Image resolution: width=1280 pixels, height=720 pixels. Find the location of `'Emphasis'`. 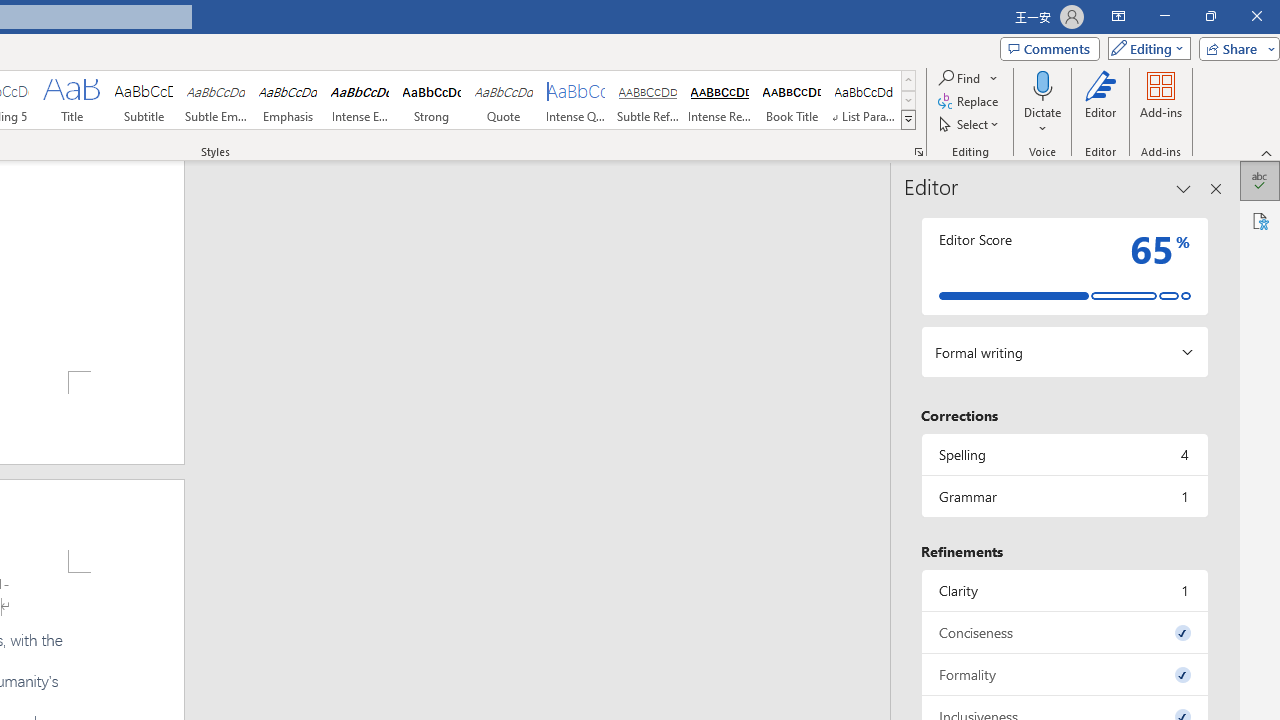

'Emphasis' is located at coordinates (287, 100).